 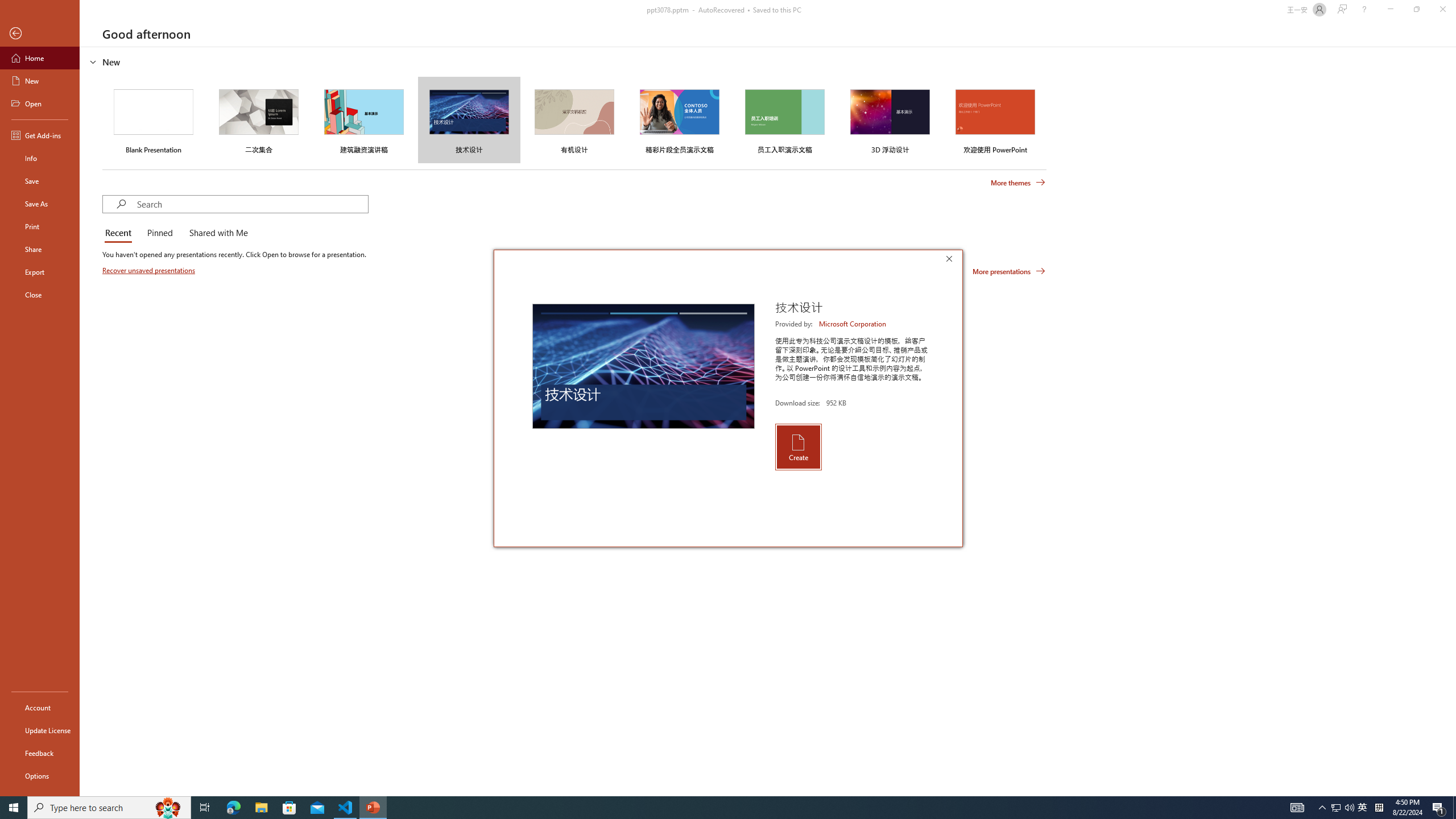 I want to click on 'Recover unsaved presentations', so click(x=149, y=270).